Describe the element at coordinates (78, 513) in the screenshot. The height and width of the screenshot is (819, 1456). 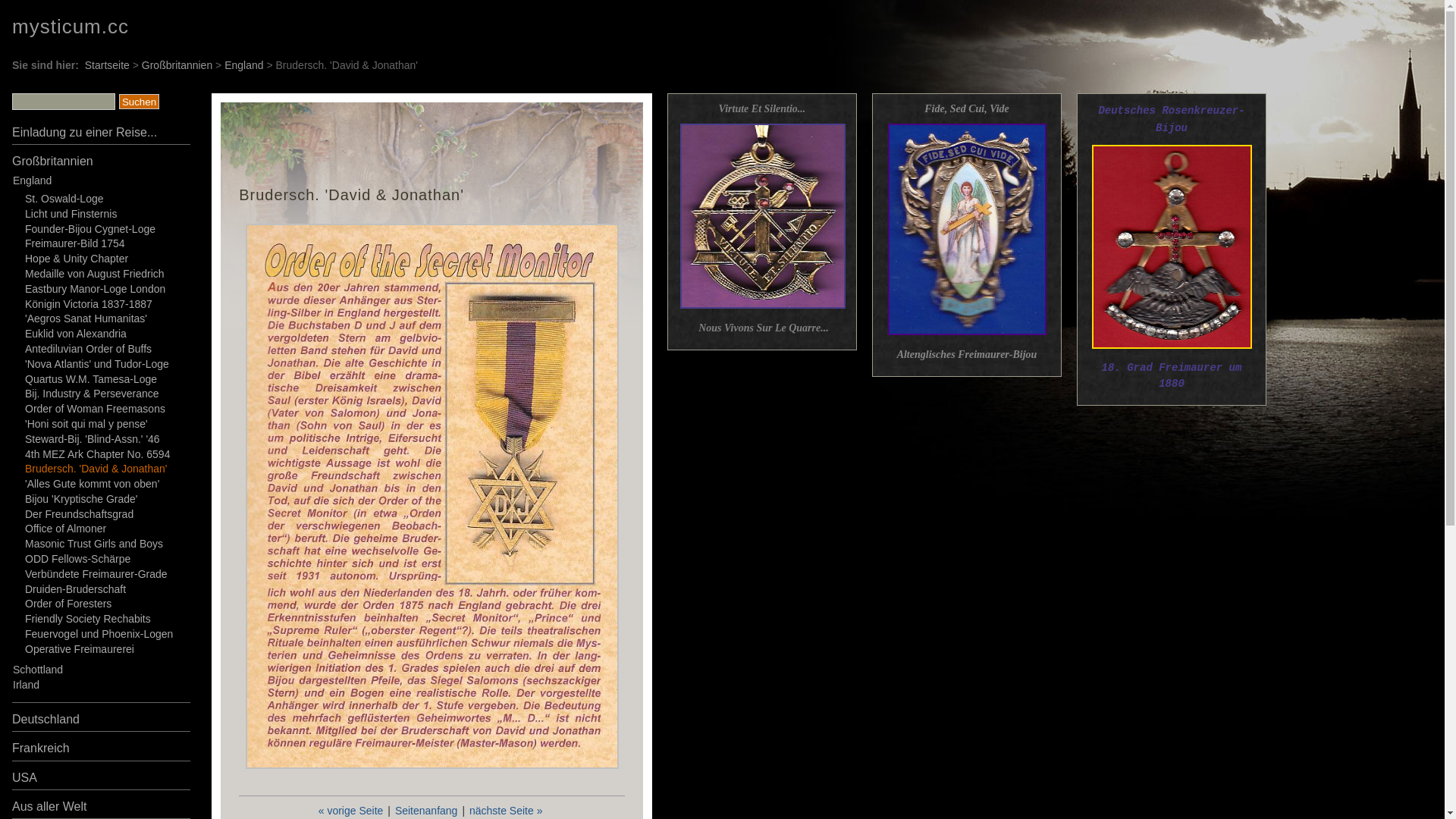
I see `'Der Freundschaftsgrad'` at that location.